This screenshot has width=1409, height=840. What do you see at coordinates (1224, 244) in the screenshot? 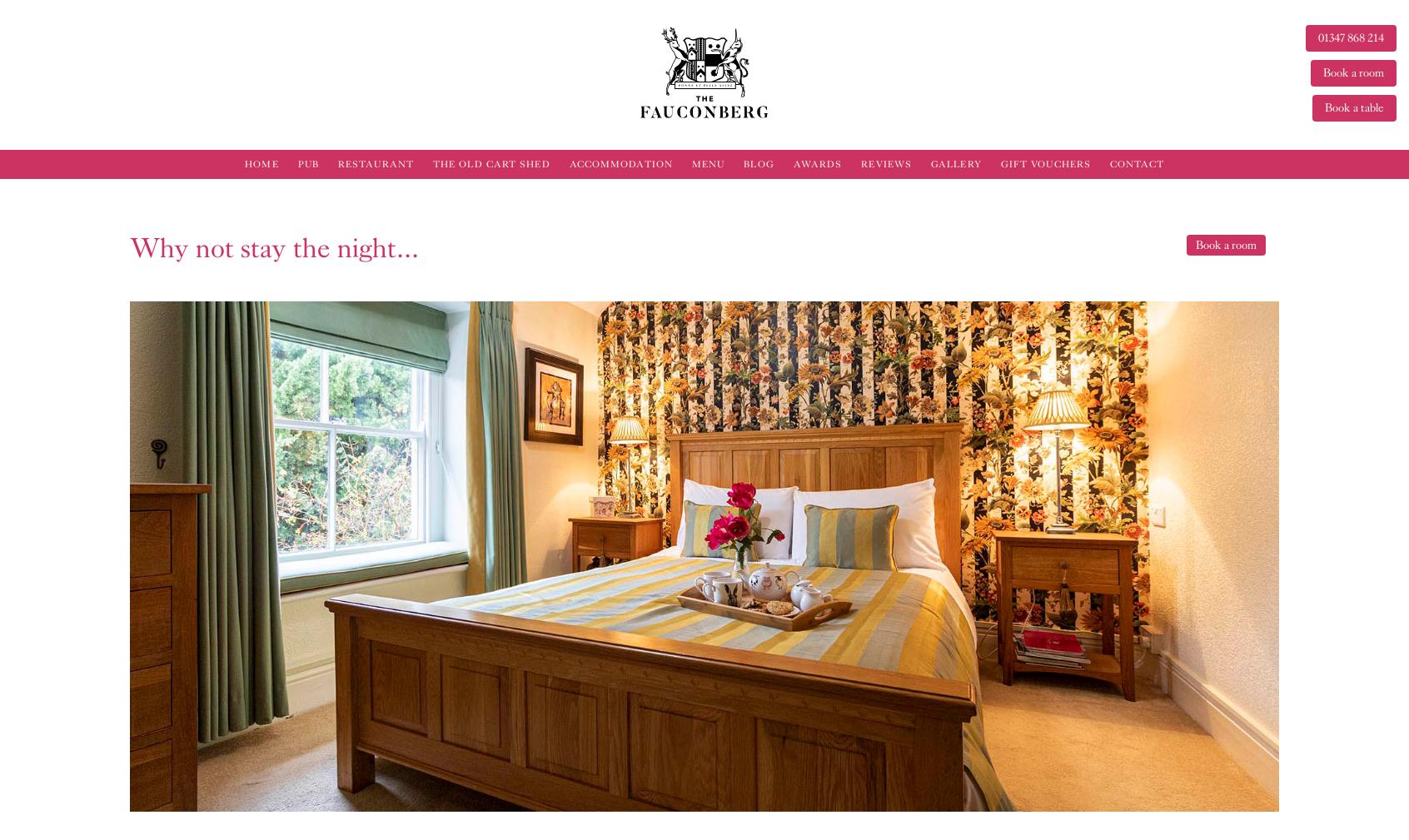
I see `'Book a room'` at bounding box center [1224, 244].